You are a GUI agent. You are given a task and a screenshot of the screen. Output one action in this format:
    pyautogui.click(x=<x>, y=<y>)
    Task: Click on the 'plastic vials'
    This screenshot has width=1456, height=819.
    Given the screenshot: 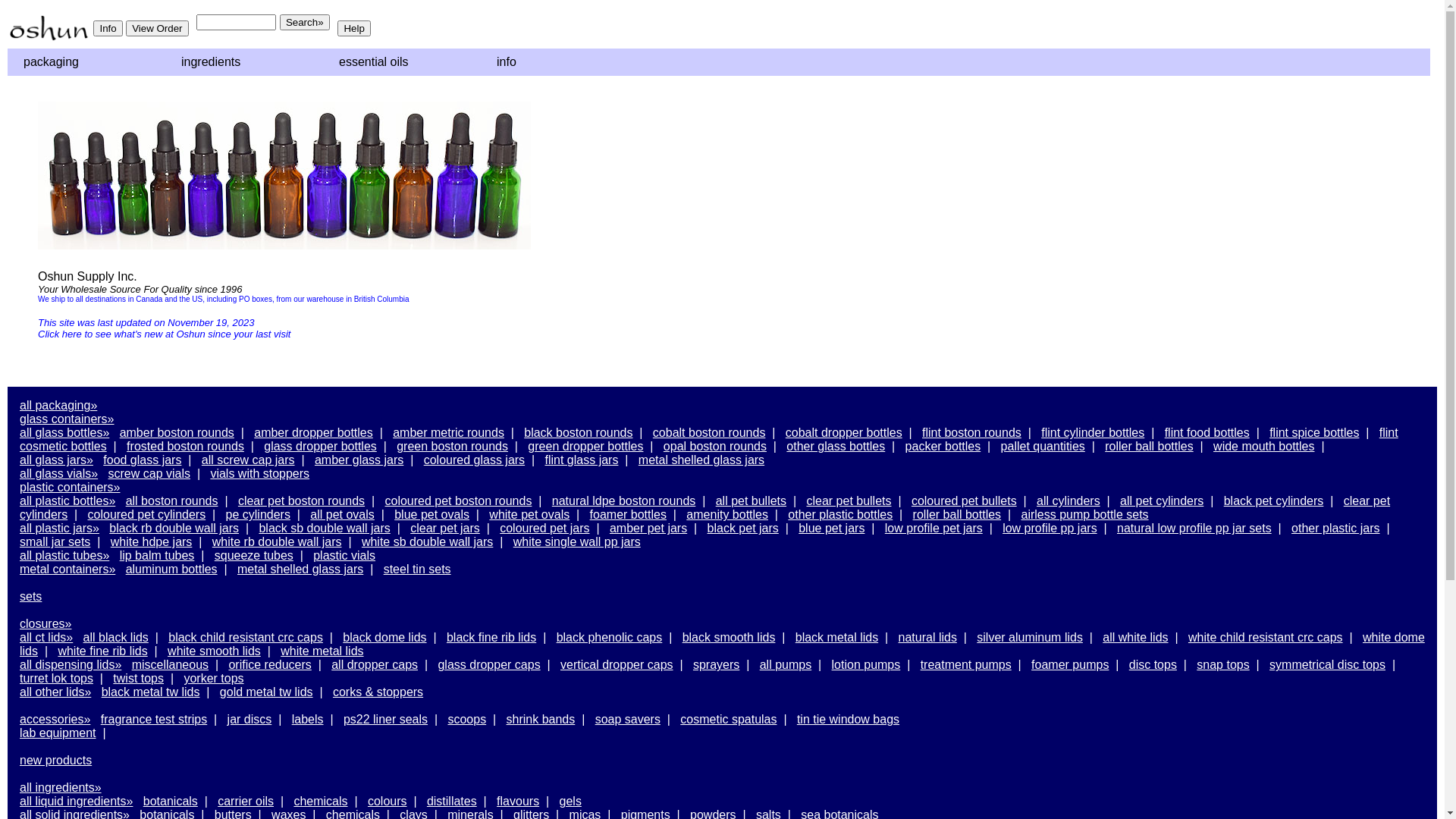 What is the action you would take?
    pyautogui.click(x=344, y=555)
    